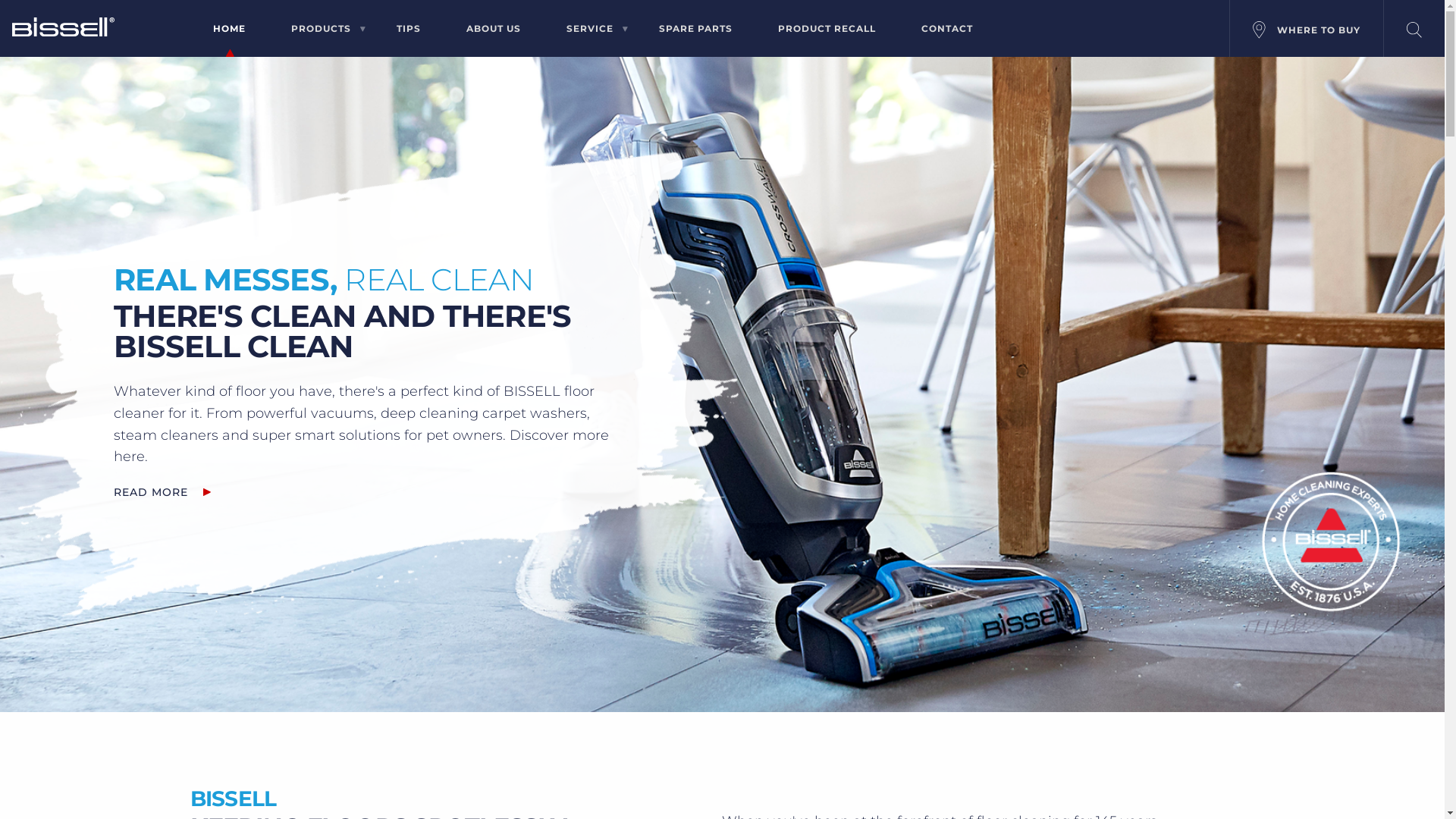 The image size is (1456, 819). I want to click on 'WHERE TO BUY', so click(1306, 28).